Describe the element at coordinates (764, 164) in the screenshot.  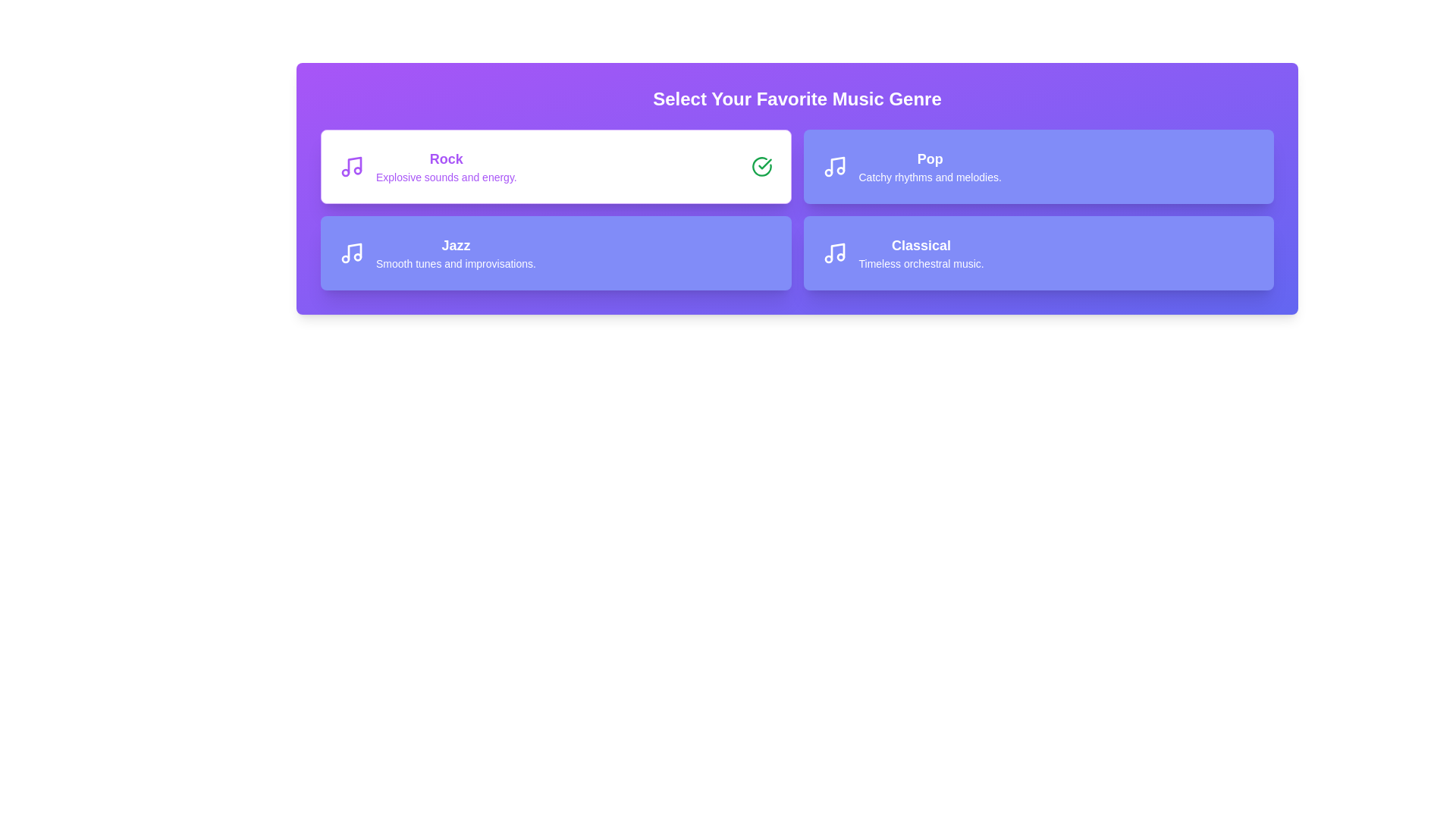
I see `the graphical checkmark icon to indirectly select the 'Rock' music genre option it represents` at that location.